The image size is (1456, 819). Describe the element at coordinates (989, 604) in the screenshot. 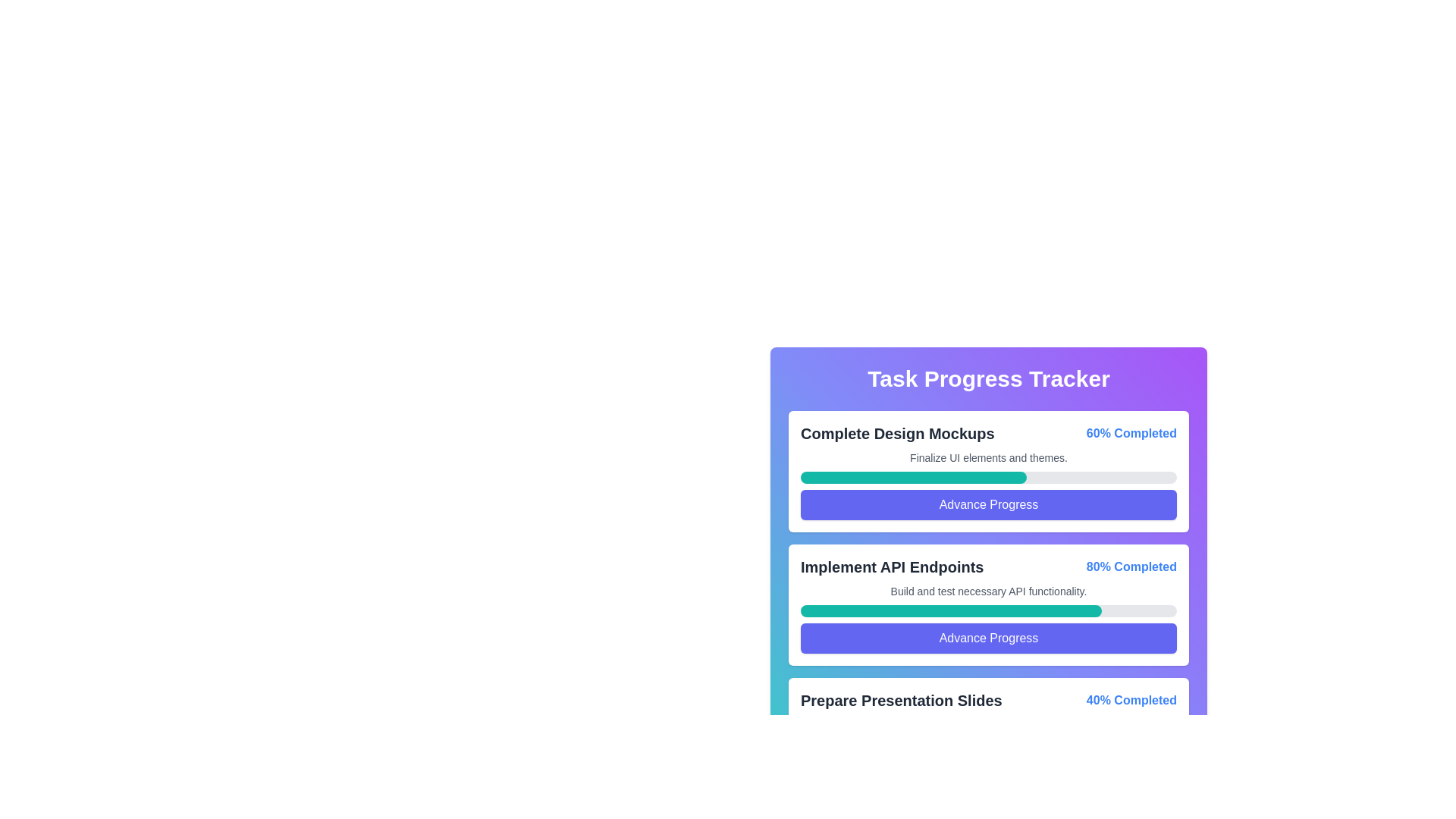

I see `the text elements of the task progress report titled 'Implement API Endpoints'` at that location.